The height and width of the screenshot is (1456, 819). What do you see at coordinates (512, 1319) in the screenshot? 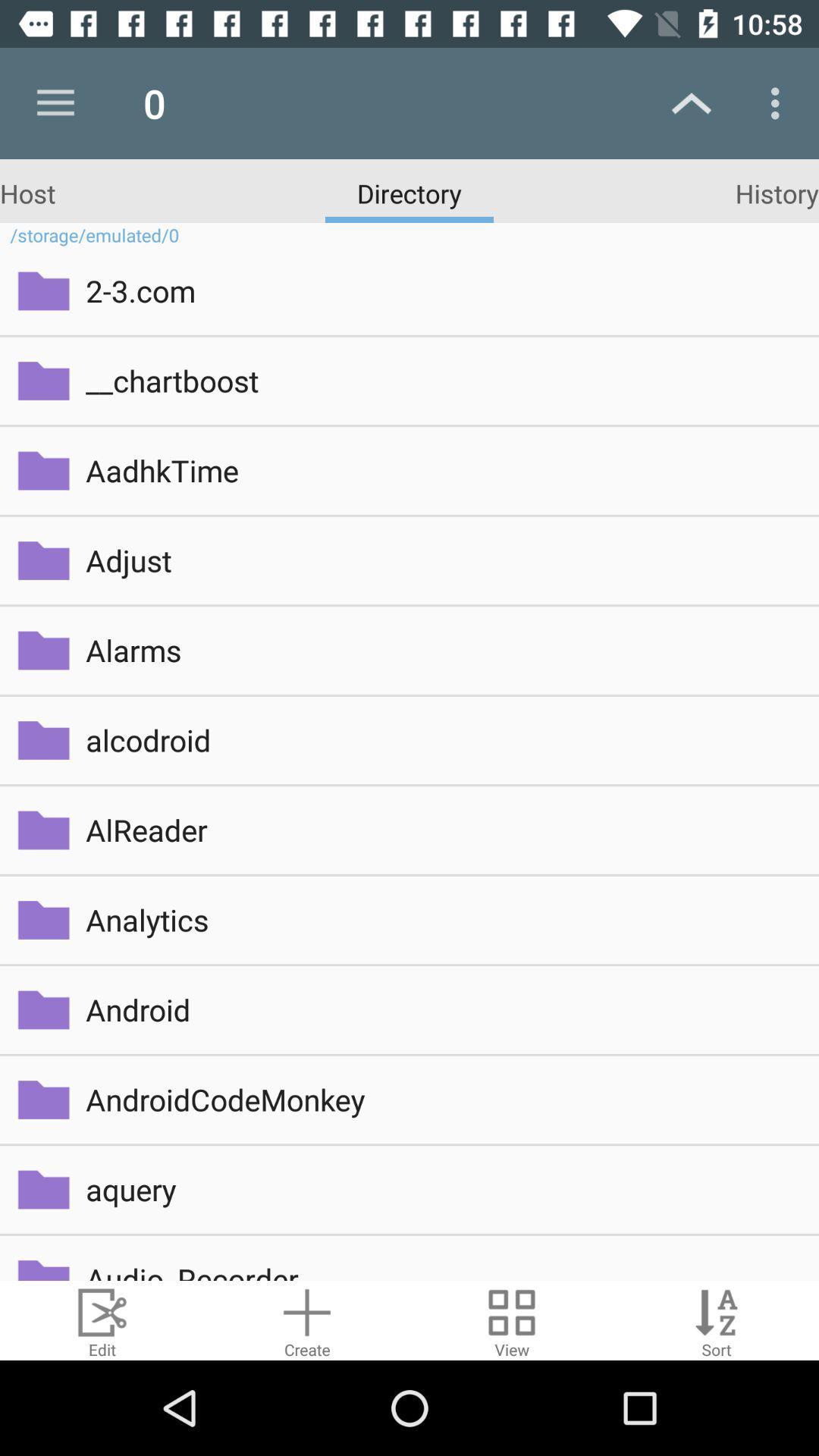
I see `change layout` at bounding box center [512, 1319].